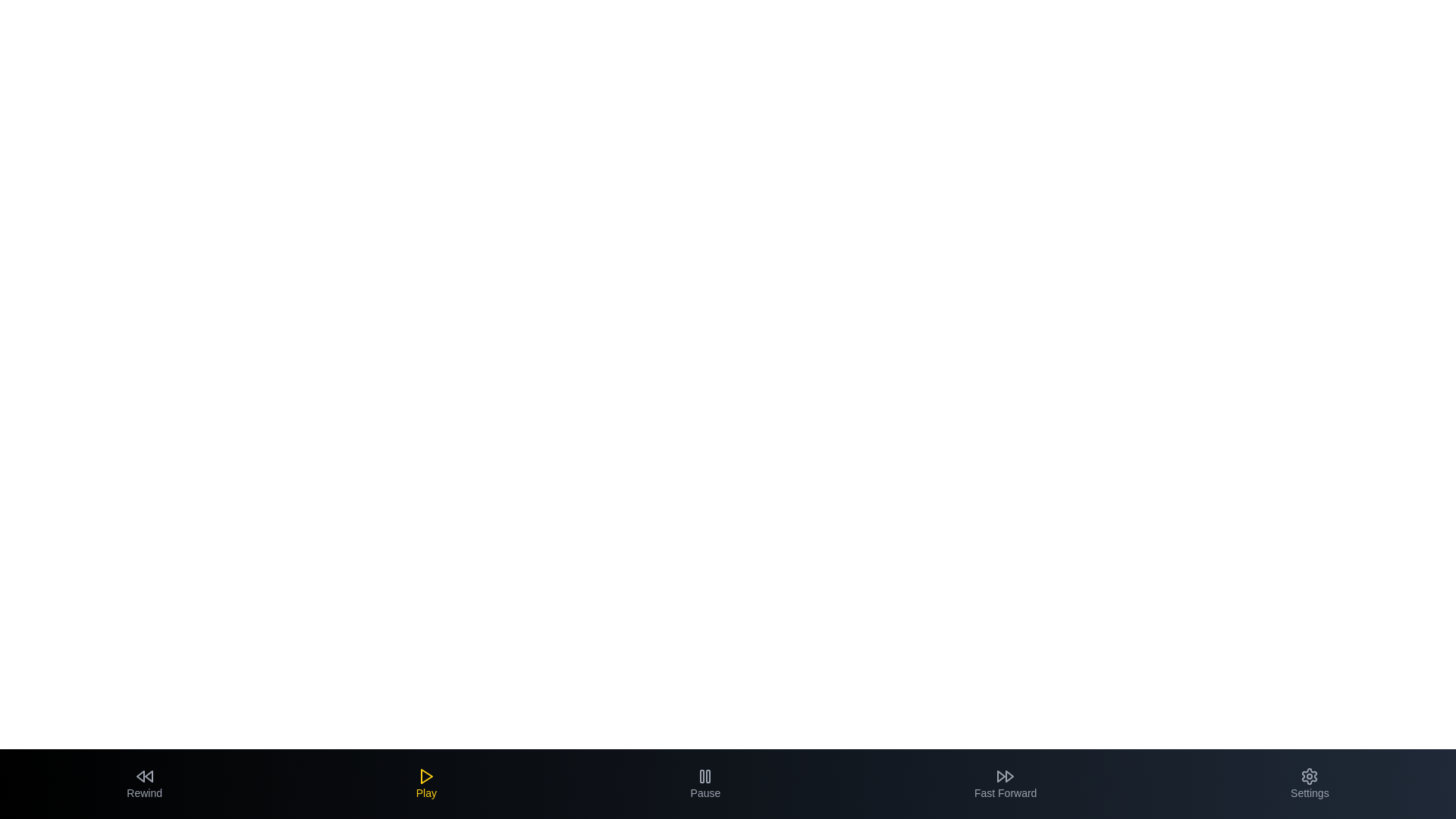  Describe the element at coordinates (425, 783) in the screenshot. I see `the Play tab to select it` at that location.